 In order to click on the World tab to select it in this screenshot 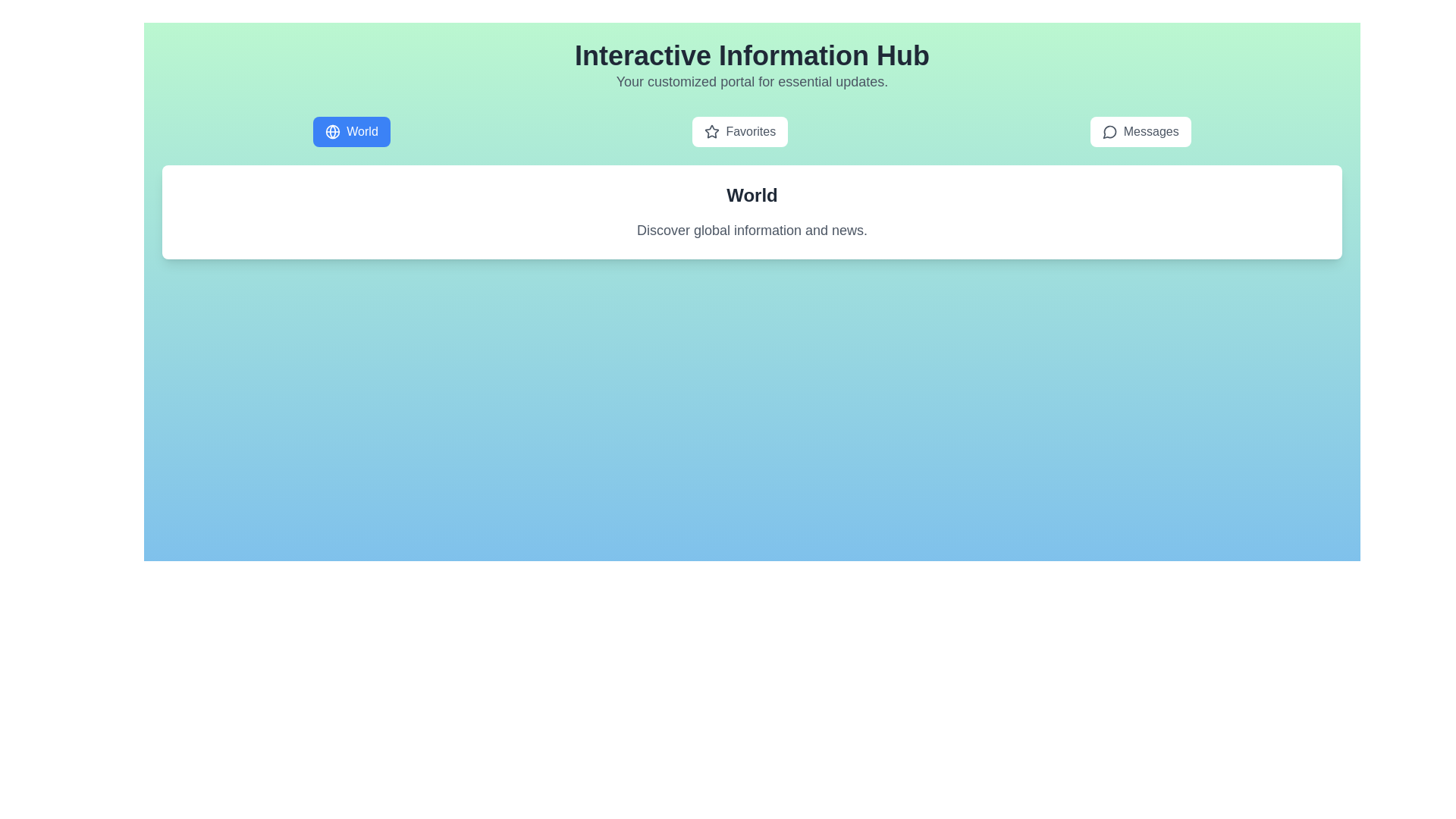, I will do `click(351, 130)`.